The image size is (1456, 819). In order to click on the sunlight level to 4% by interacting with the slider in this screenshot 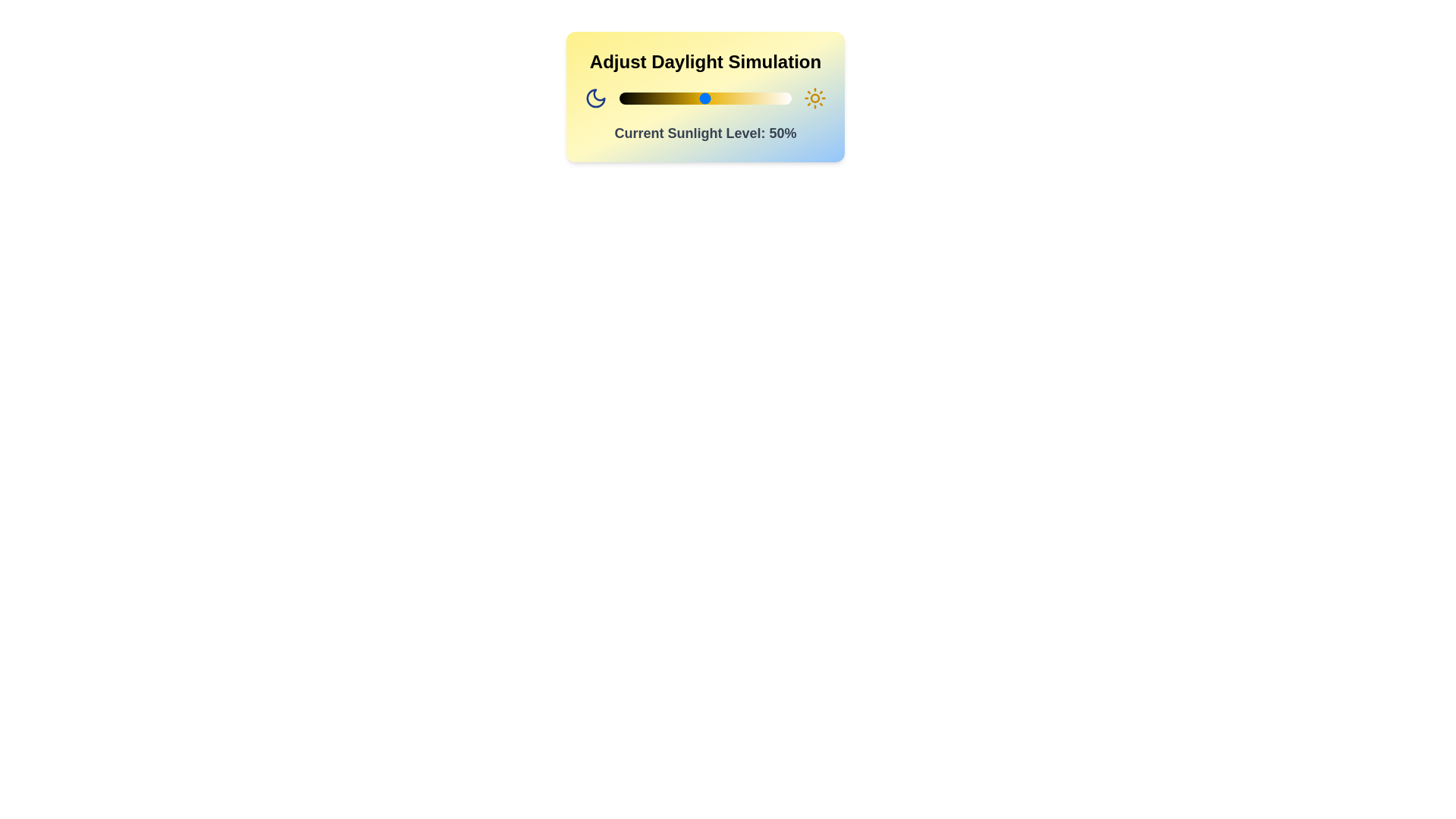, I will do `click(626, 99)`.